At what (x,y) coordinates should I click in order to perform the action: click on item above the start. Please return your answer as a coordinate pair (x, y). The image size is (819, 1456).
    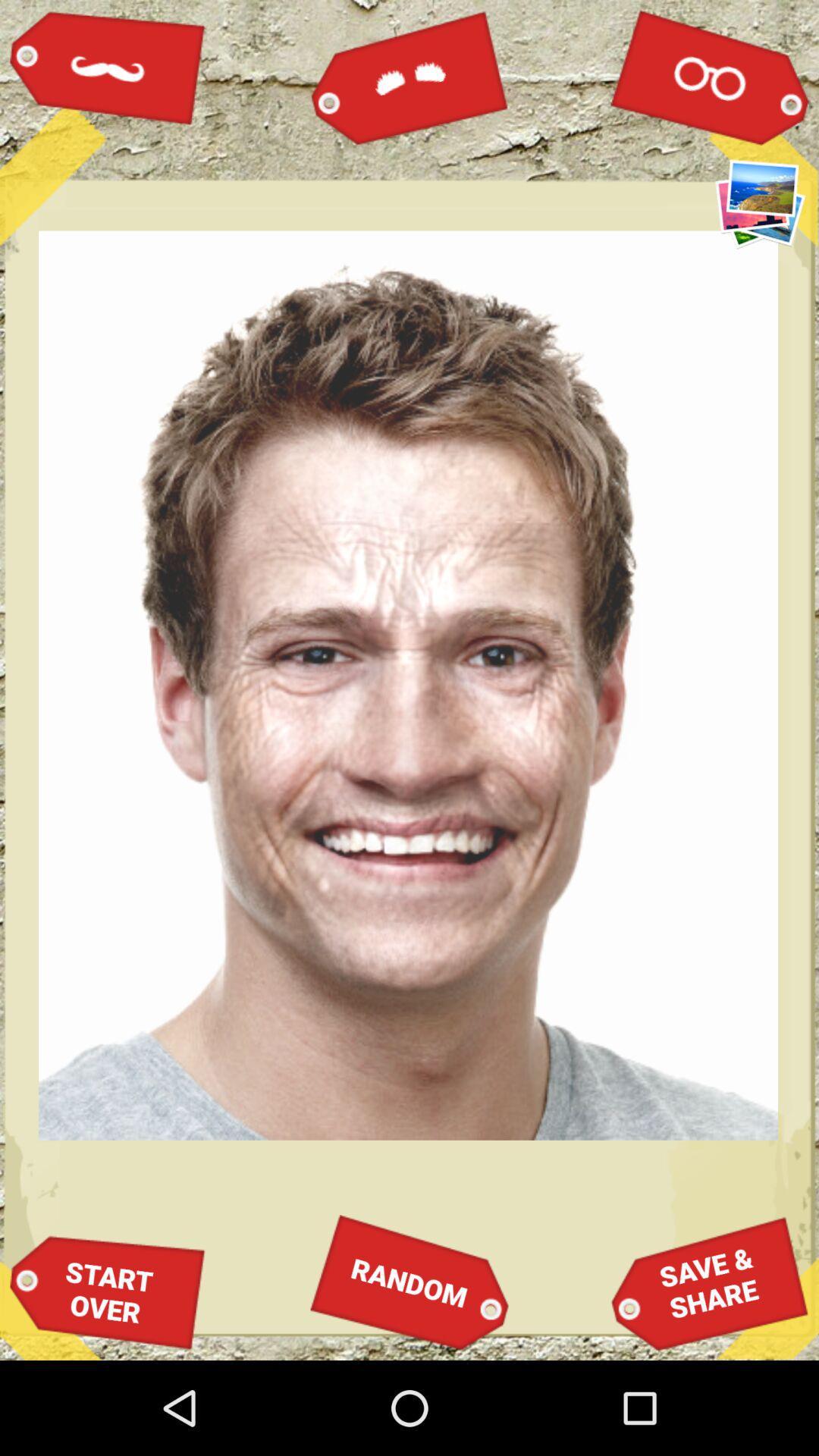
    Looking at the image, I should click on (107, 67).